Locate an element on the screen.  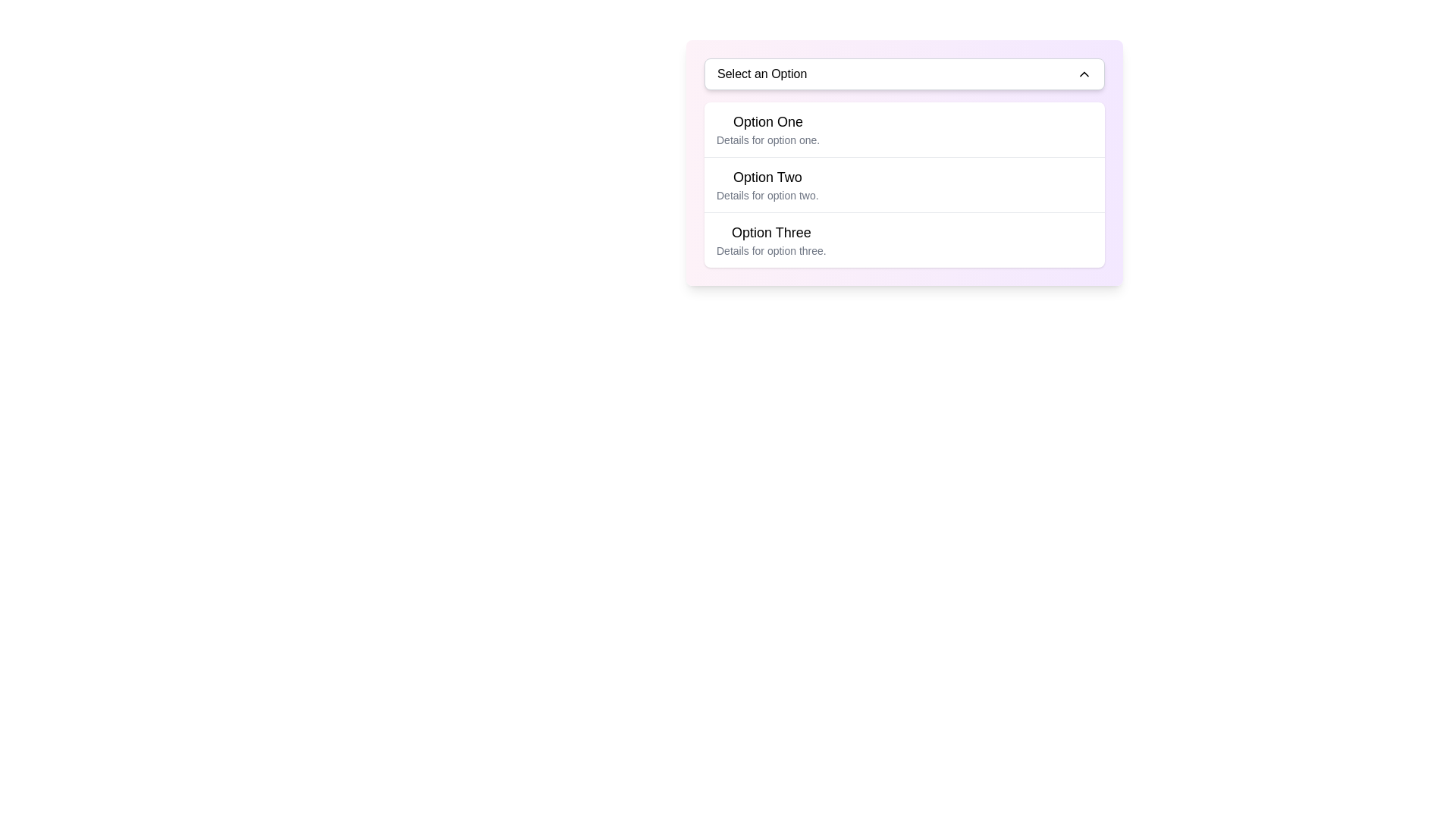
the gray text label reading 'Details for option one.' located under the header 'Option One' in the dropdown menu is located at coordinates (768, 140).